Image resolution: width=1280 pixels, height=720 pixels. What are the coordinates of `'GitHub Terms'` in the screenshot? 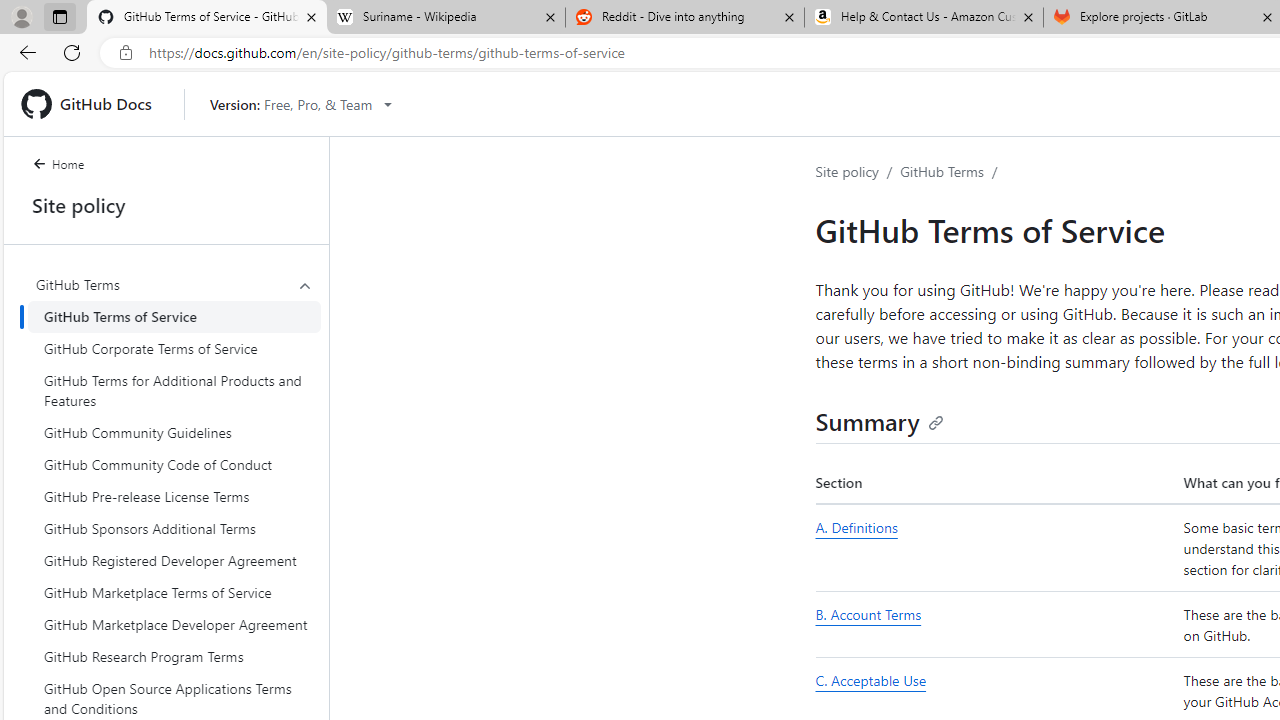 It's located at (941, 170).